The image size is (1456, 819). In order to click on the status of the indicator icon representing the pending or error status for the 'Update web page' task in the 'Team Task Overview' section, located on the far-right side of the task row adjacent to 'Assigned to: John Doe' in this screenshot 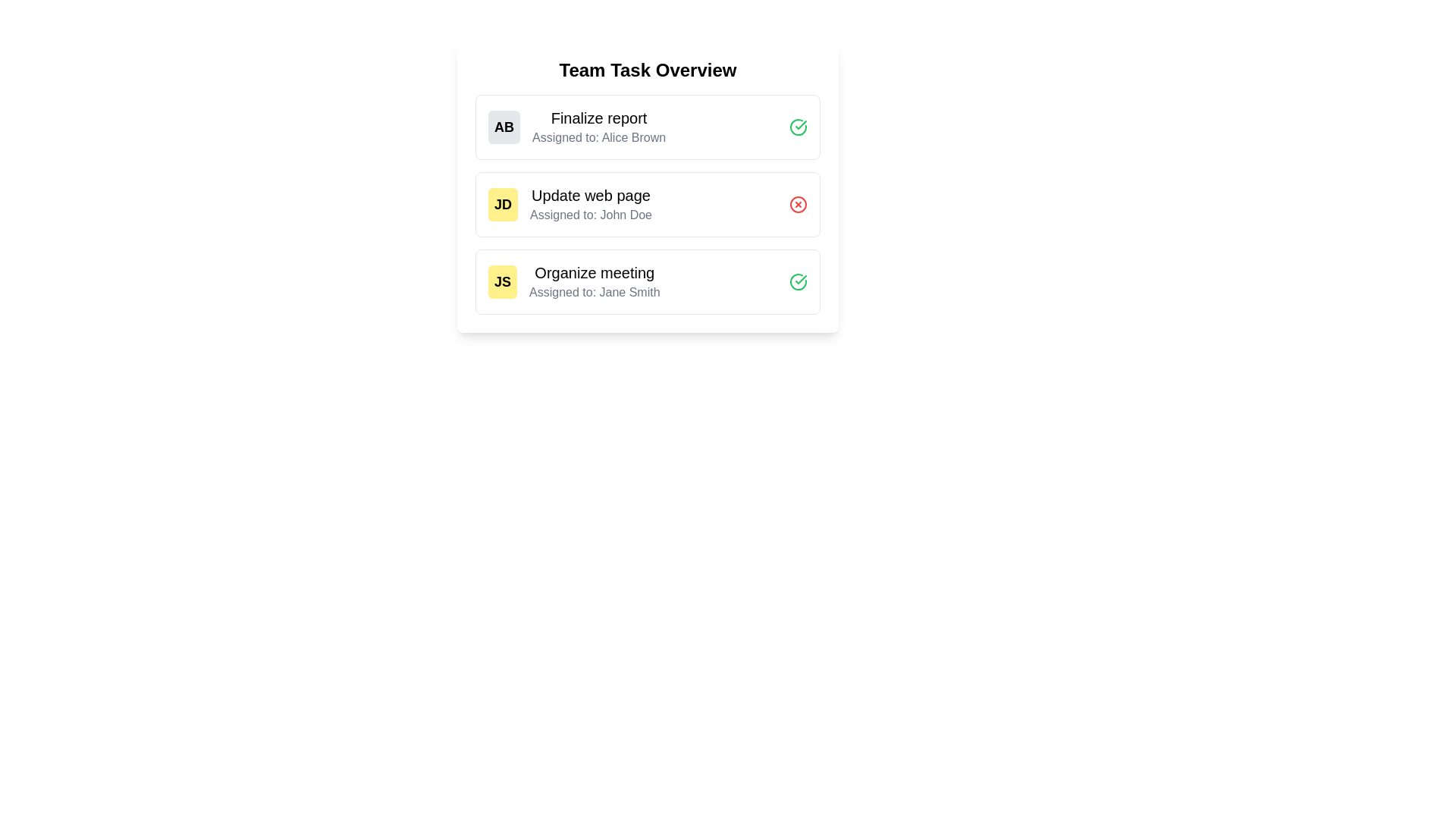, I will do `click(797, 205)`.